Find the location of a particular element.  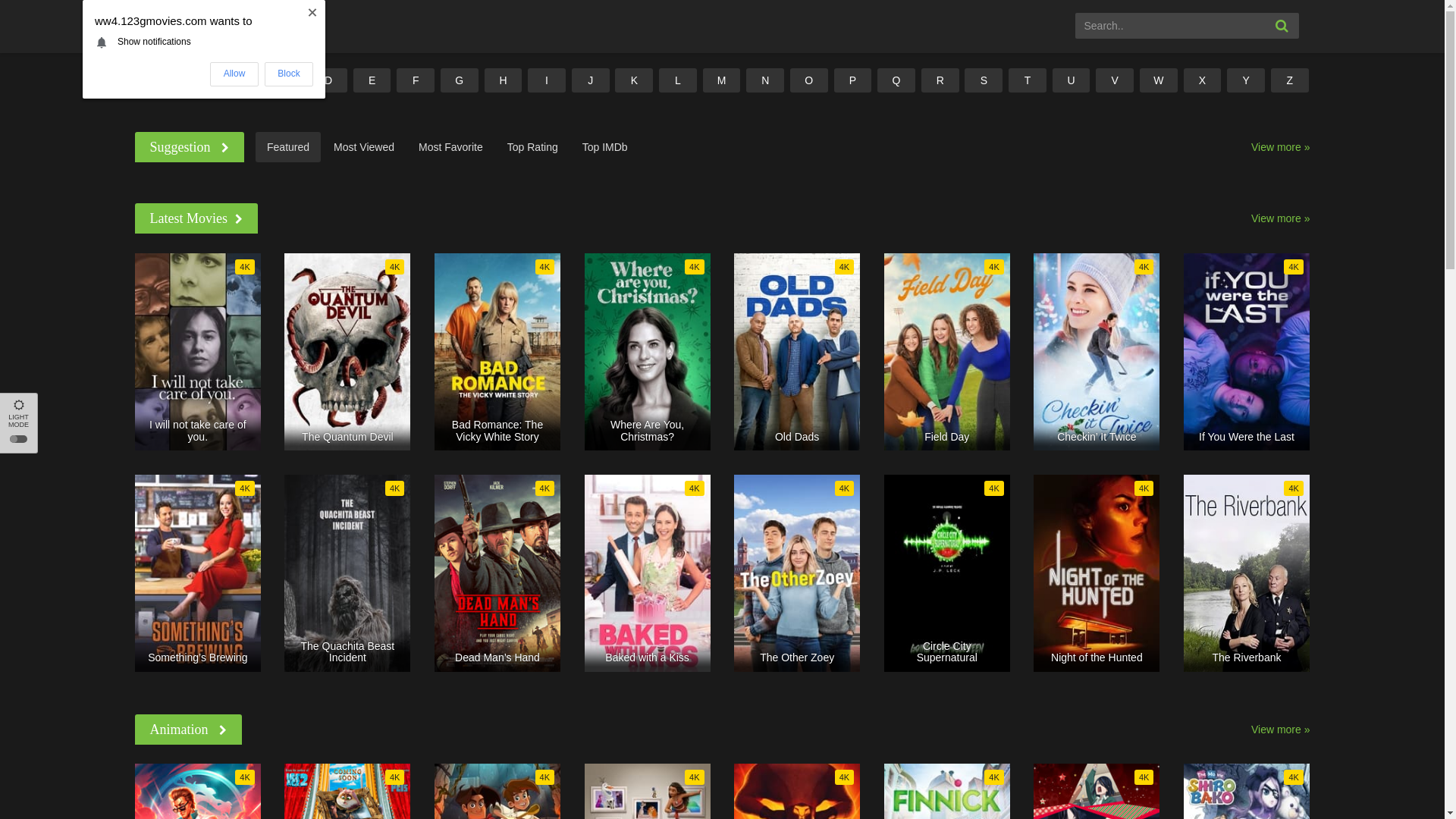

'4K is located at coordinates (648, 573).